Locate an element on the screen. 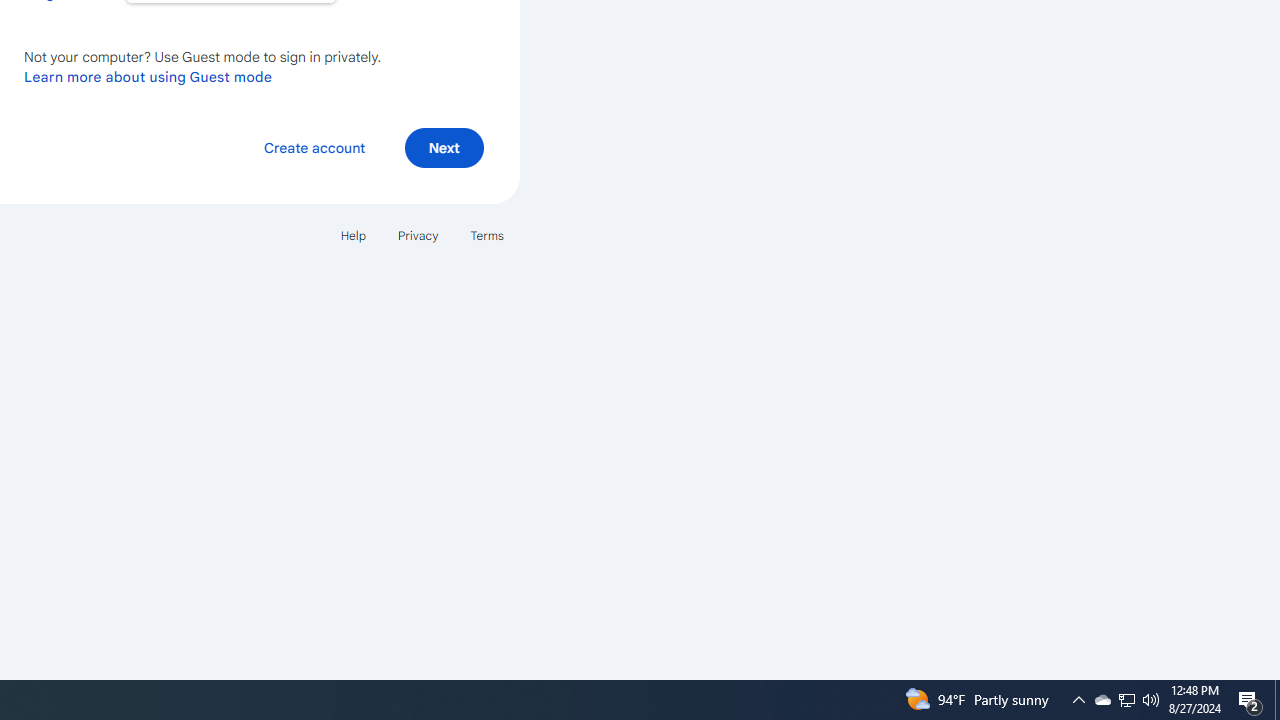  'Terms' is located at coordinates (487, 234).